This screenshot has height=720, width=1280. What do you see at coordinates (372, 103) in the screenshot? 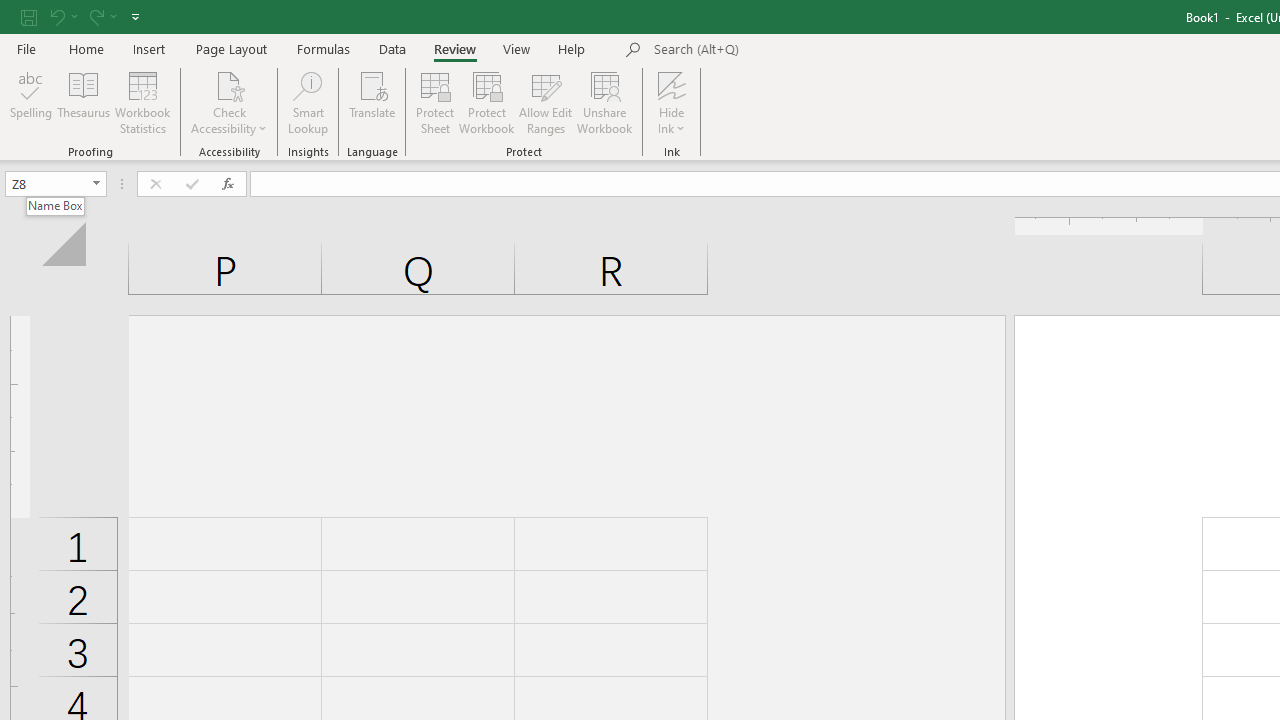
I see `'Translate'` at bounding box center [372, 103].